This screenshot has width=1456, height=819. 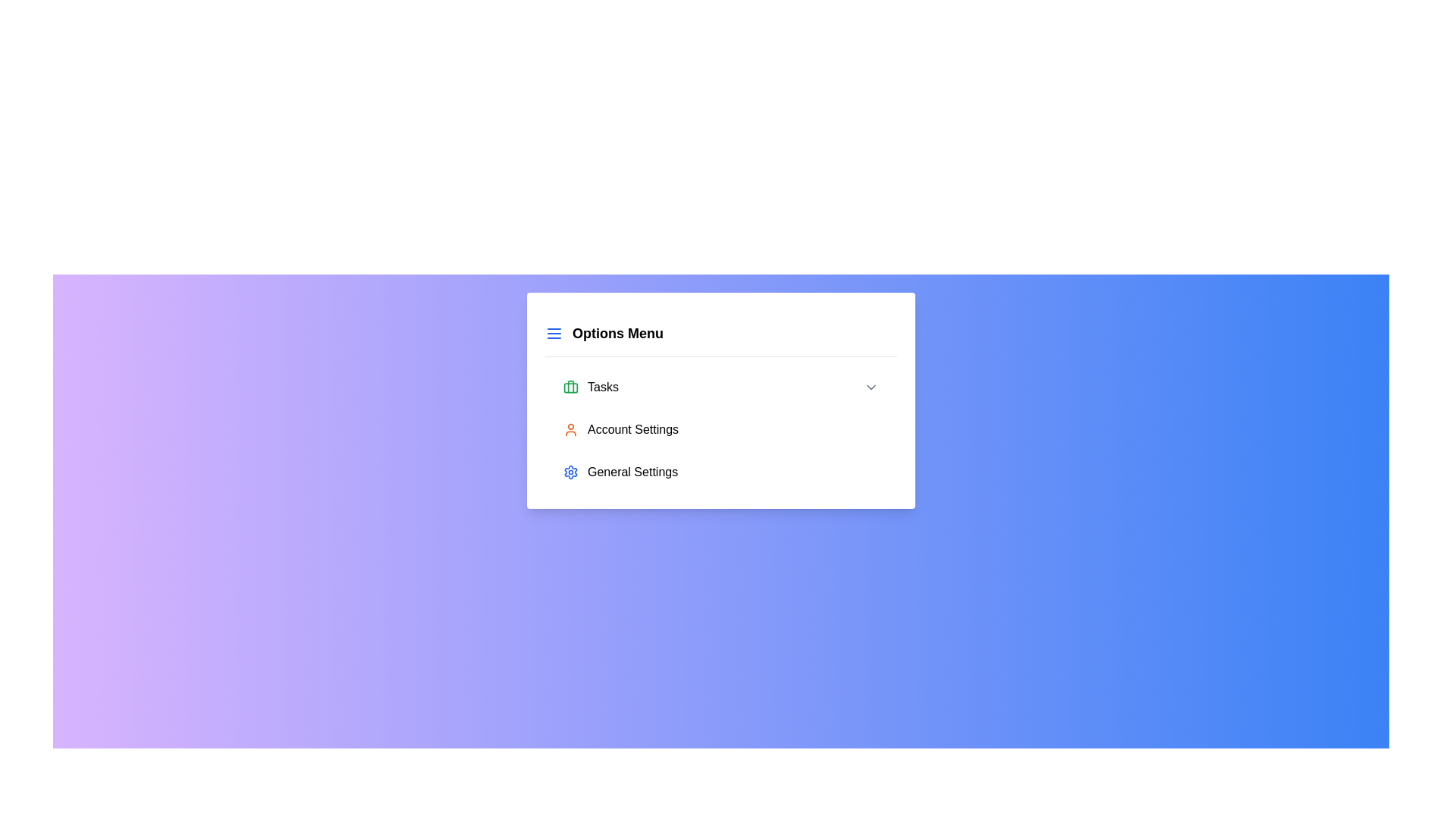 What do you see at coordinates (570, 385) in the screenshot?
I see `the vertical green line that is part of the briefcase icon preceding the 'Tasks' menu option` at bounding box center [570, 385].